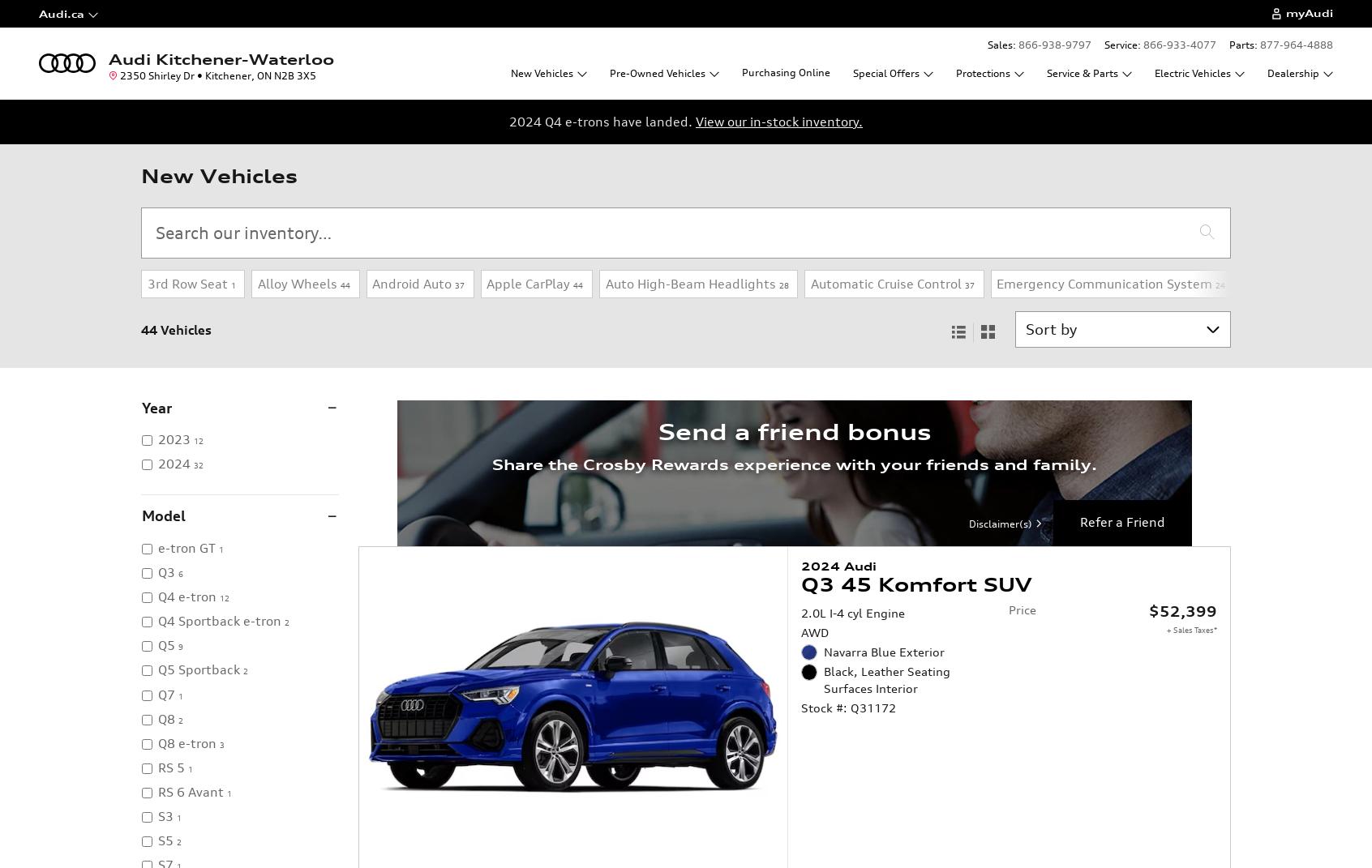  I want to click on 'Apple CarPlay', so click(528, 282).